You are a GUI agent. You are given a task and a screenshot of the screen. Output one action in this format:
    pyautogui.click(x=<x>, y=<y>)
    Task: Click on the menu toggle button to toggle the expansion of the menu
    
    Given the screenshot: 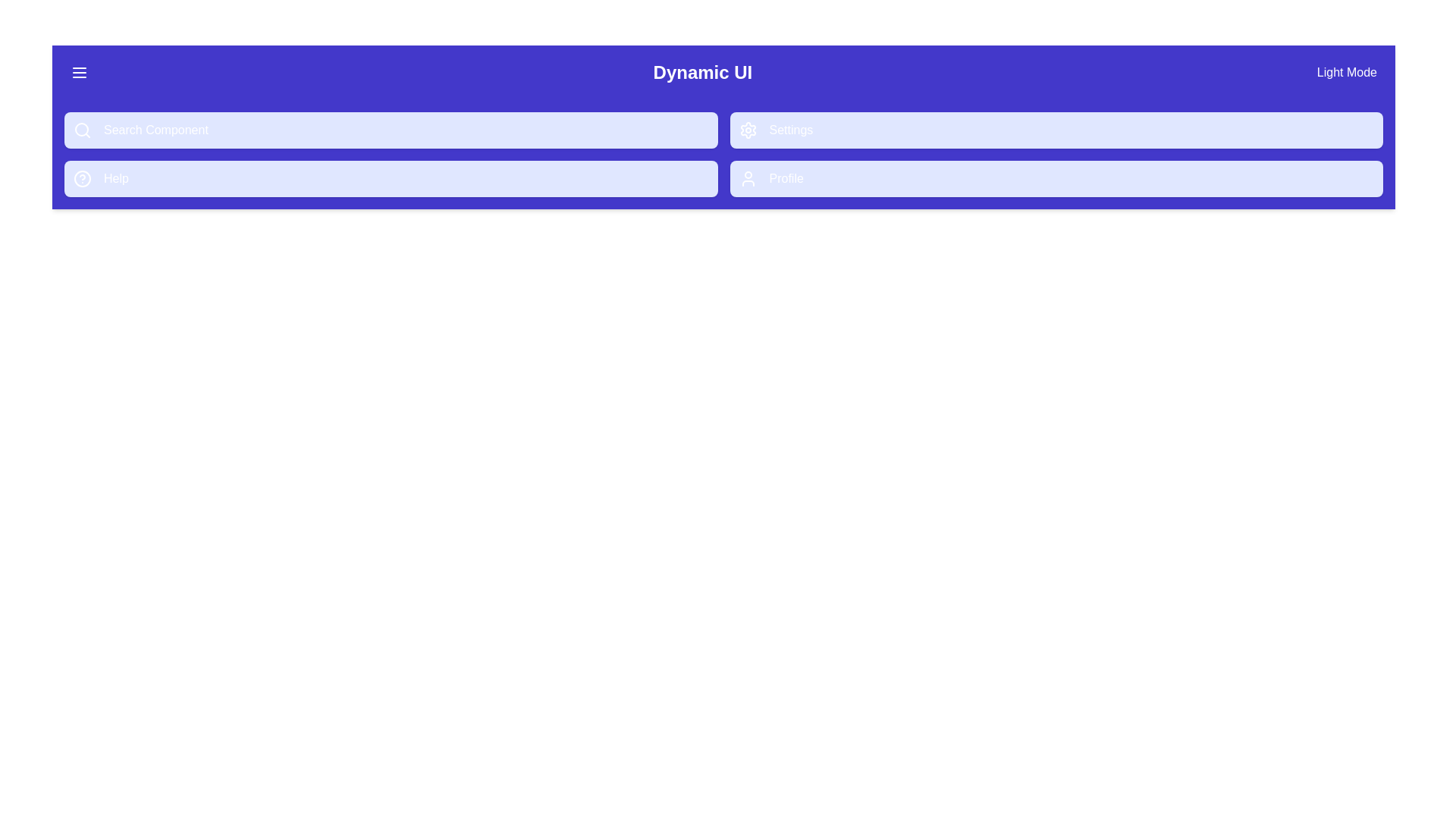 What is the action you would take?
    pyautogui.click(x=79, y=73)
    